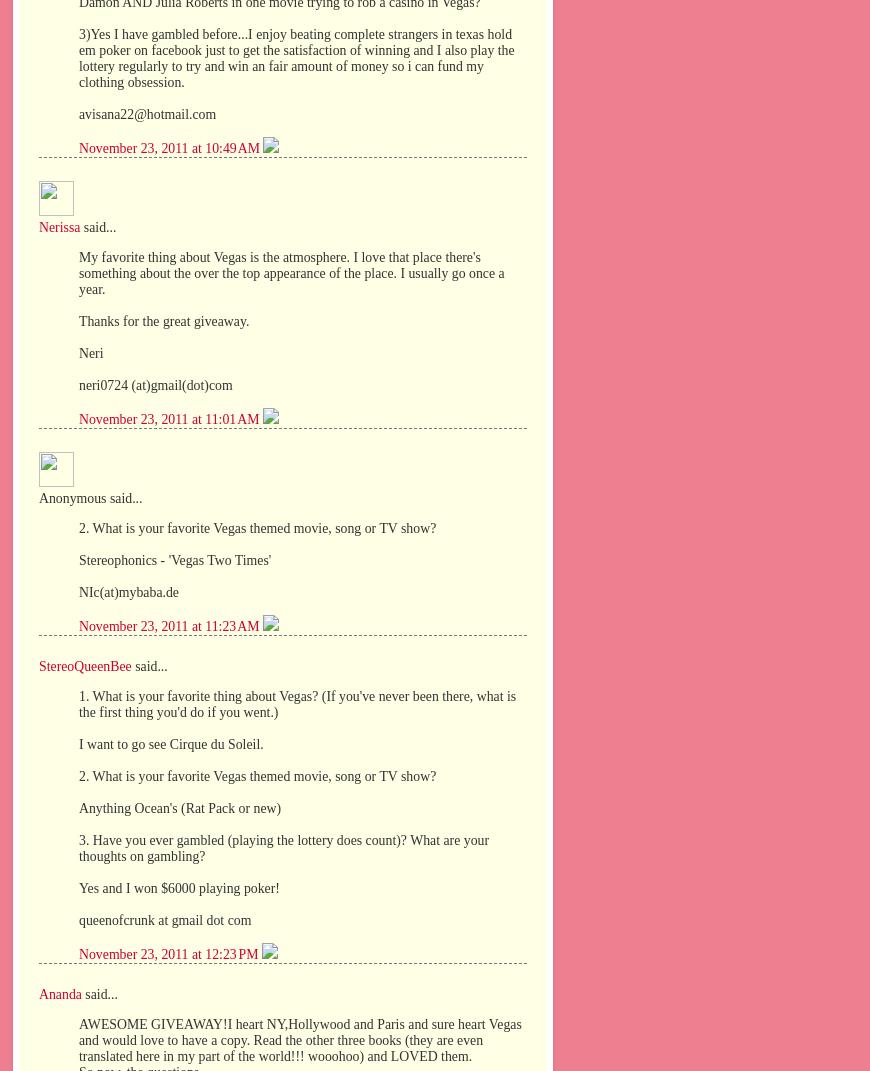 This screenshot has height=1071, width=870. Describe the element at coordinates (164, 919) in the screenshot. I see `'queenofcrunk at gmail dot com'` at that location.